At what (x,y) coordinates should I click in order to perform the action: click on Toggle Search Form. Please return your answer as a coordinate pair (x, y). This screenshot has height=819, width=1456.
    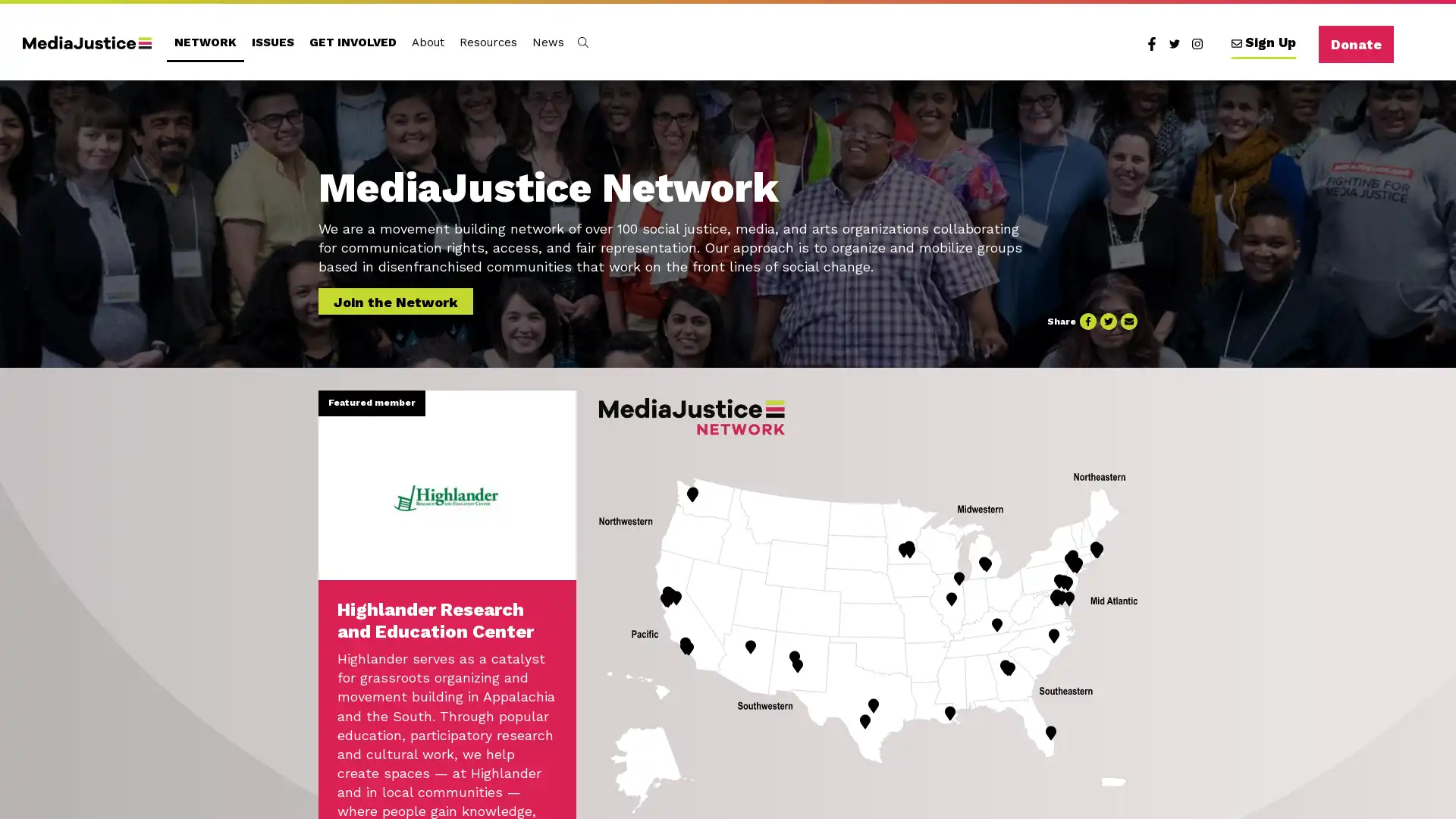
    Looking at the image, I should click on (582, 42).